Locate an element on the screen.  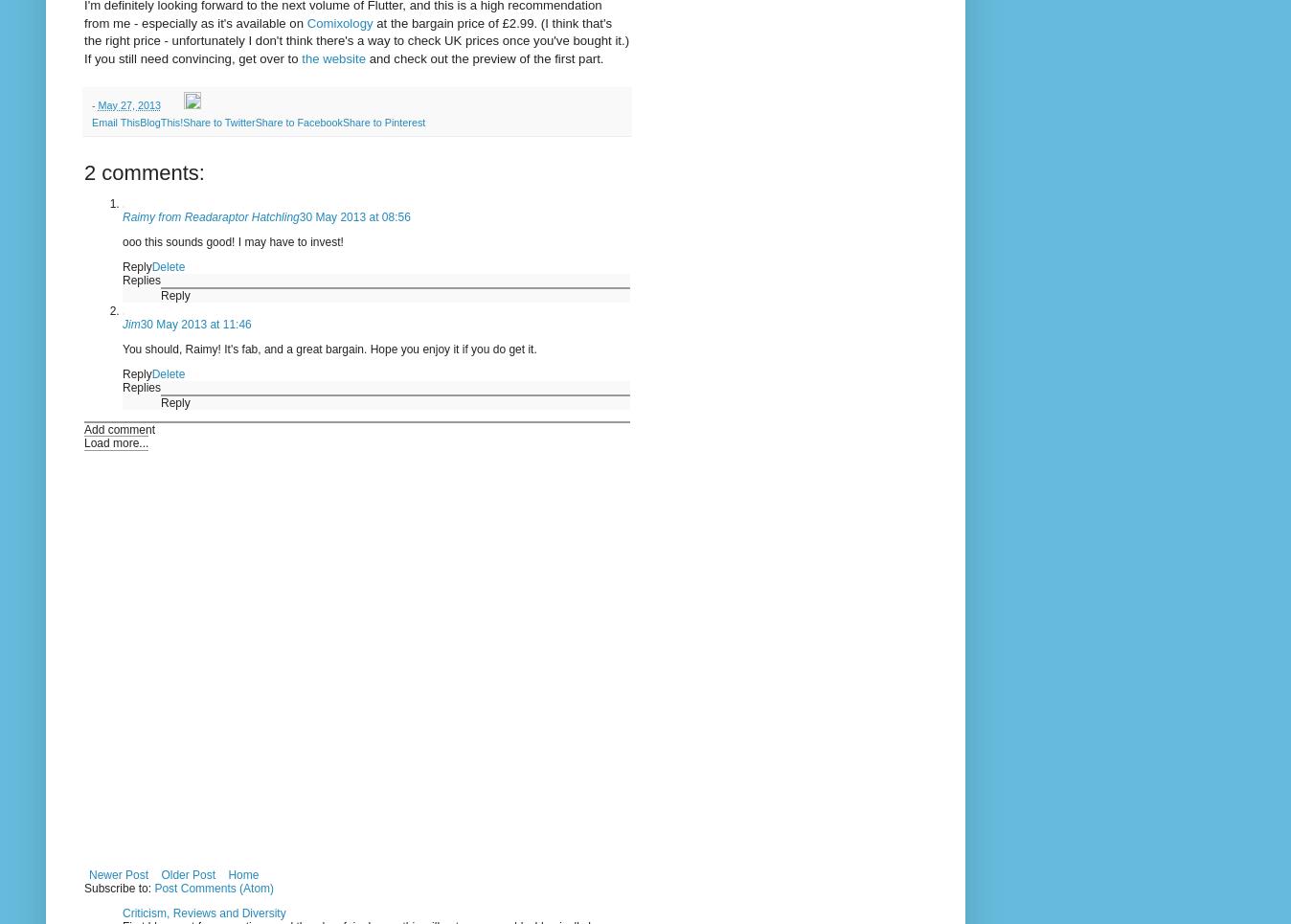
'Criticism, Reviews and Diversity' is located at coordinates (203, 913).